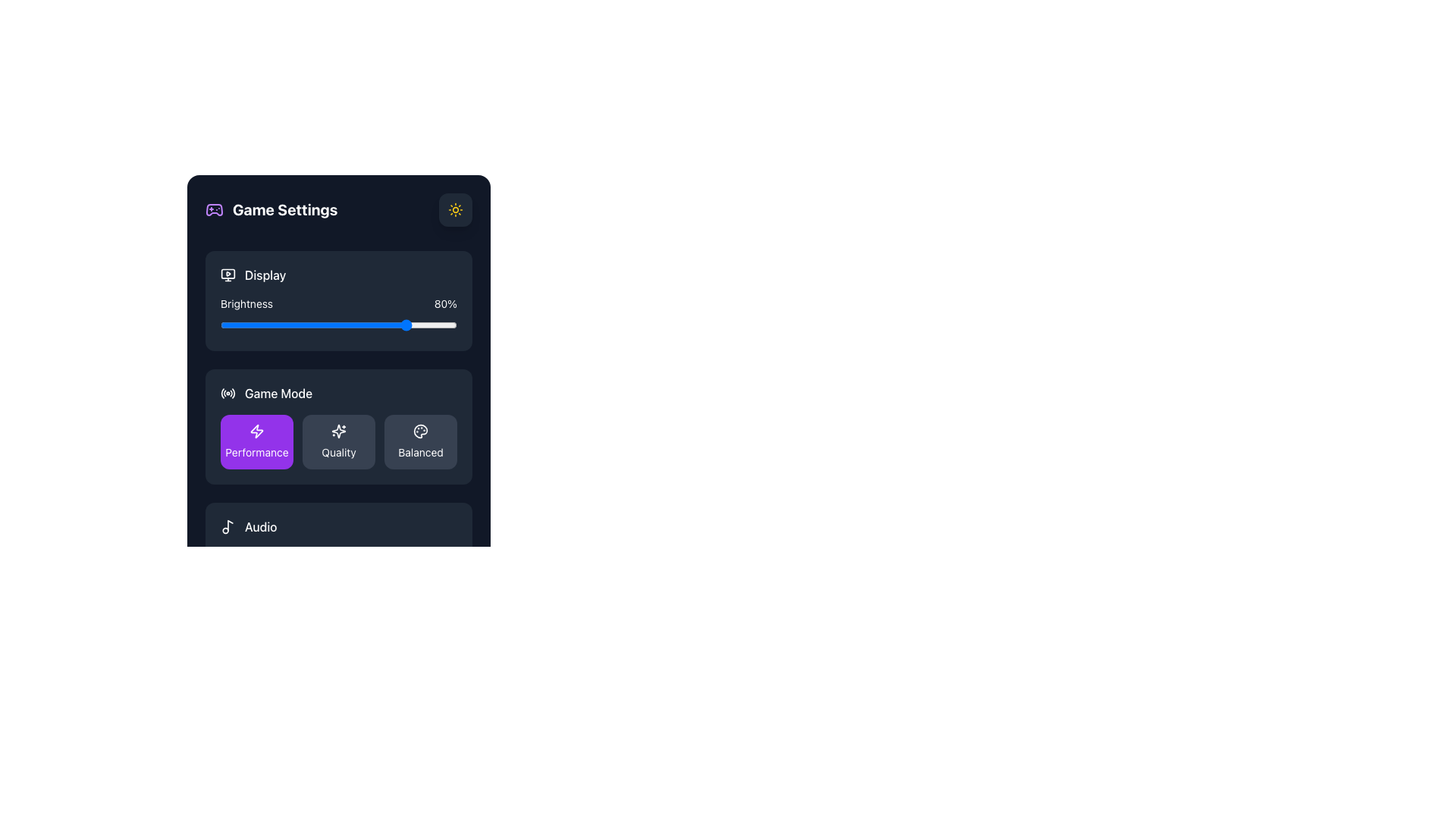  What do you see at coordinates (400, 324) in the screenshot?
I see `brightness` at bounding box center [400, 324].